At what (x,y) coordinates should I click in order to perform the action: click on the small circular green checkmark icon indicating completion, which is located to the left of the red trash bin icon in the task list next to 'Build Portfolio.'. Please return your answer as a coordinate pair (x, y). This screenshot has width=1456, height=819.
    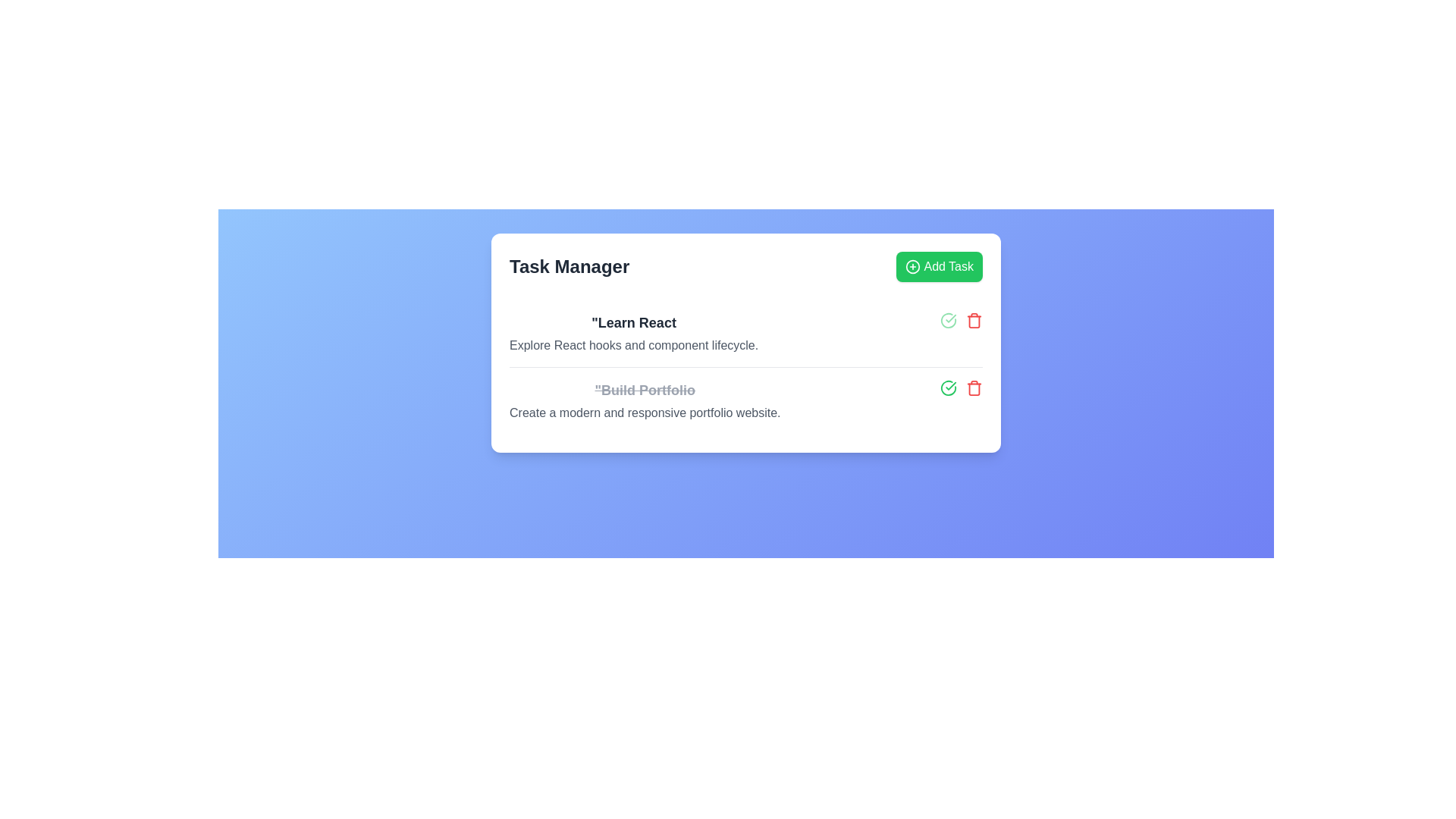
    Looking at the image, I should click on (948, 320).